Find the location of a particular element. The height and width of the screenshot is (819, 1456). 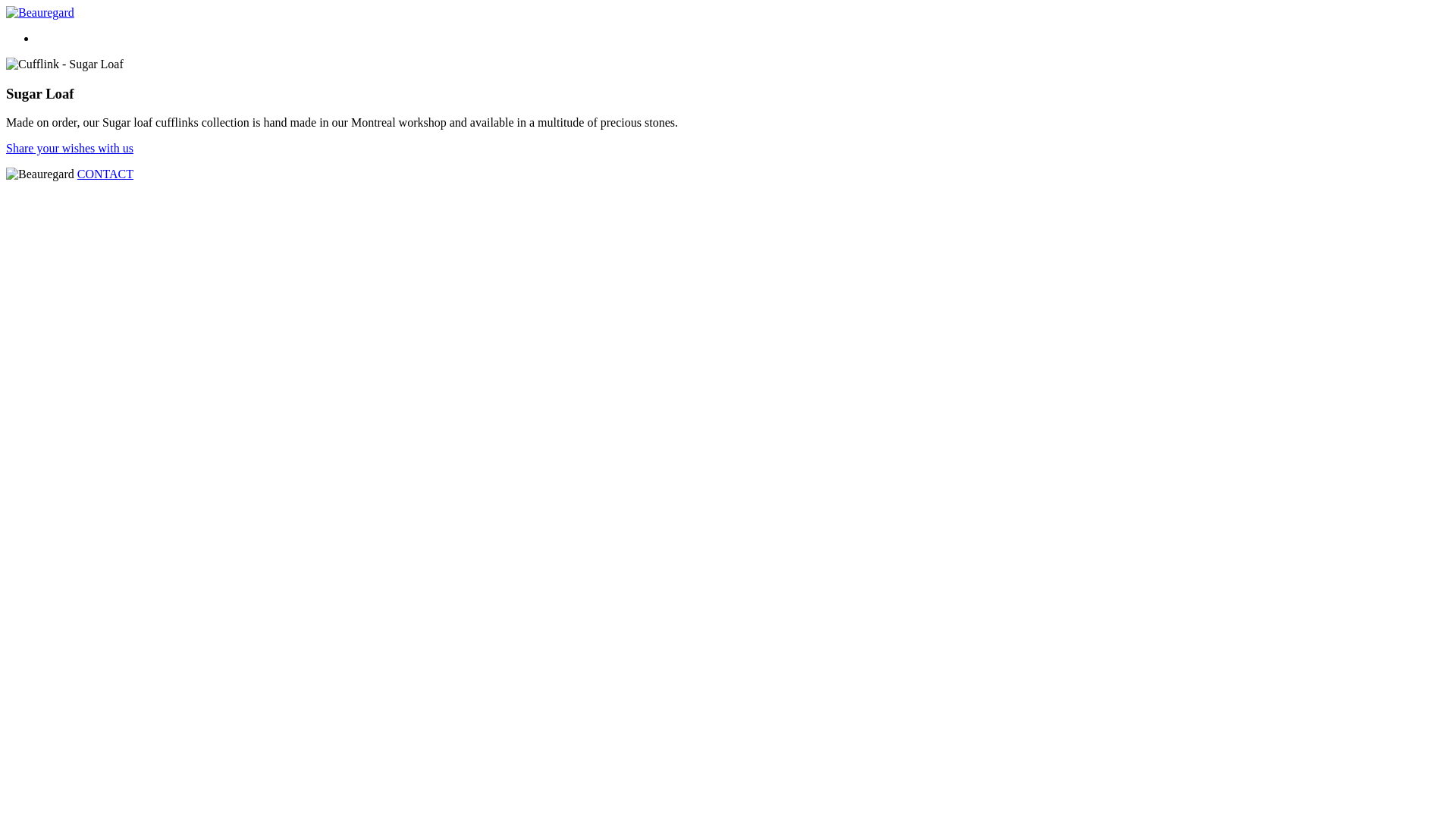

'CONTACT' is located at coordinates (76, 173).